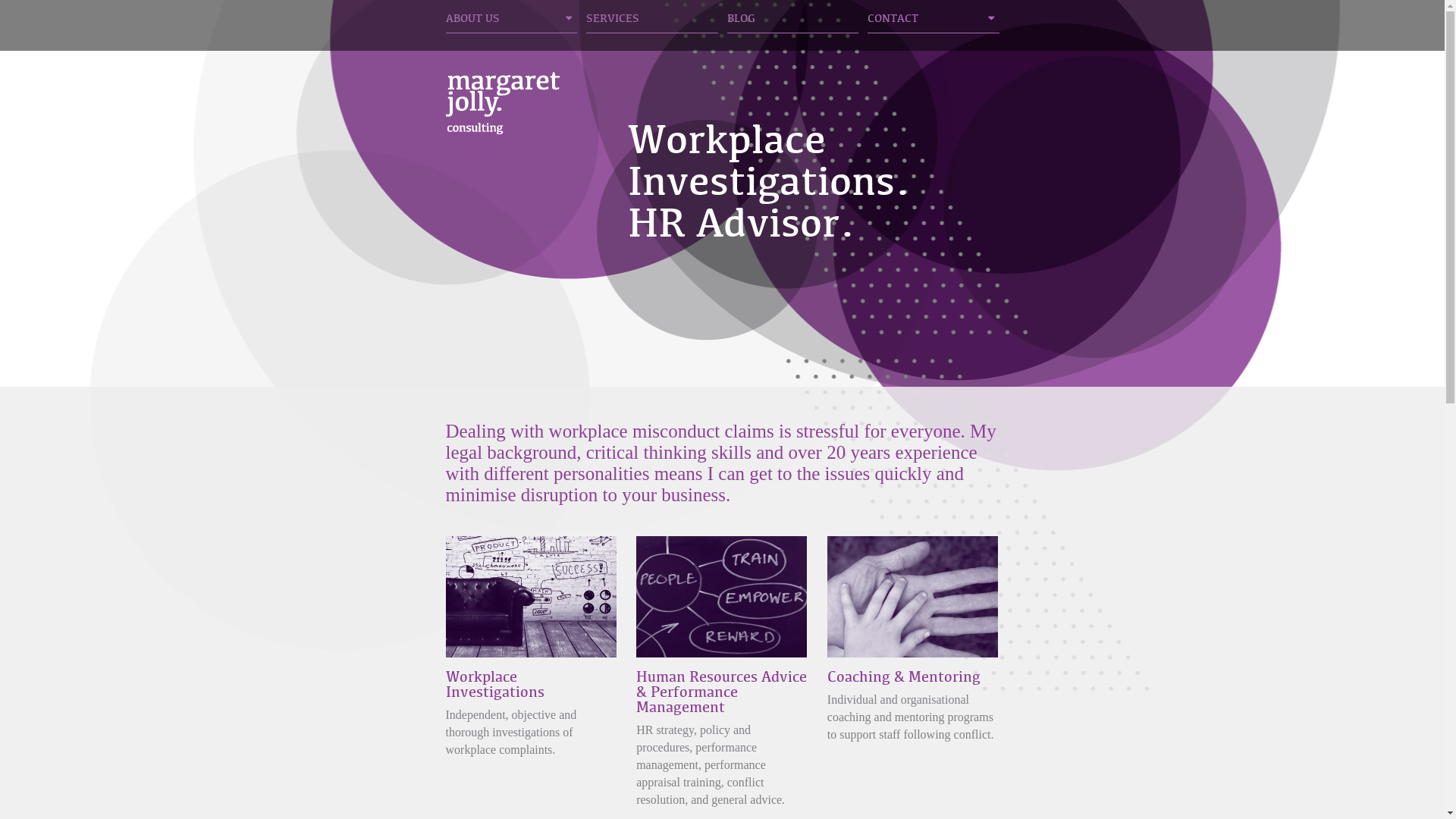 This screenshot has width=1456, height=819. Describe the element at coordinates (512, 22) in the screenshot. I see `'ABOUT US'` at that location.